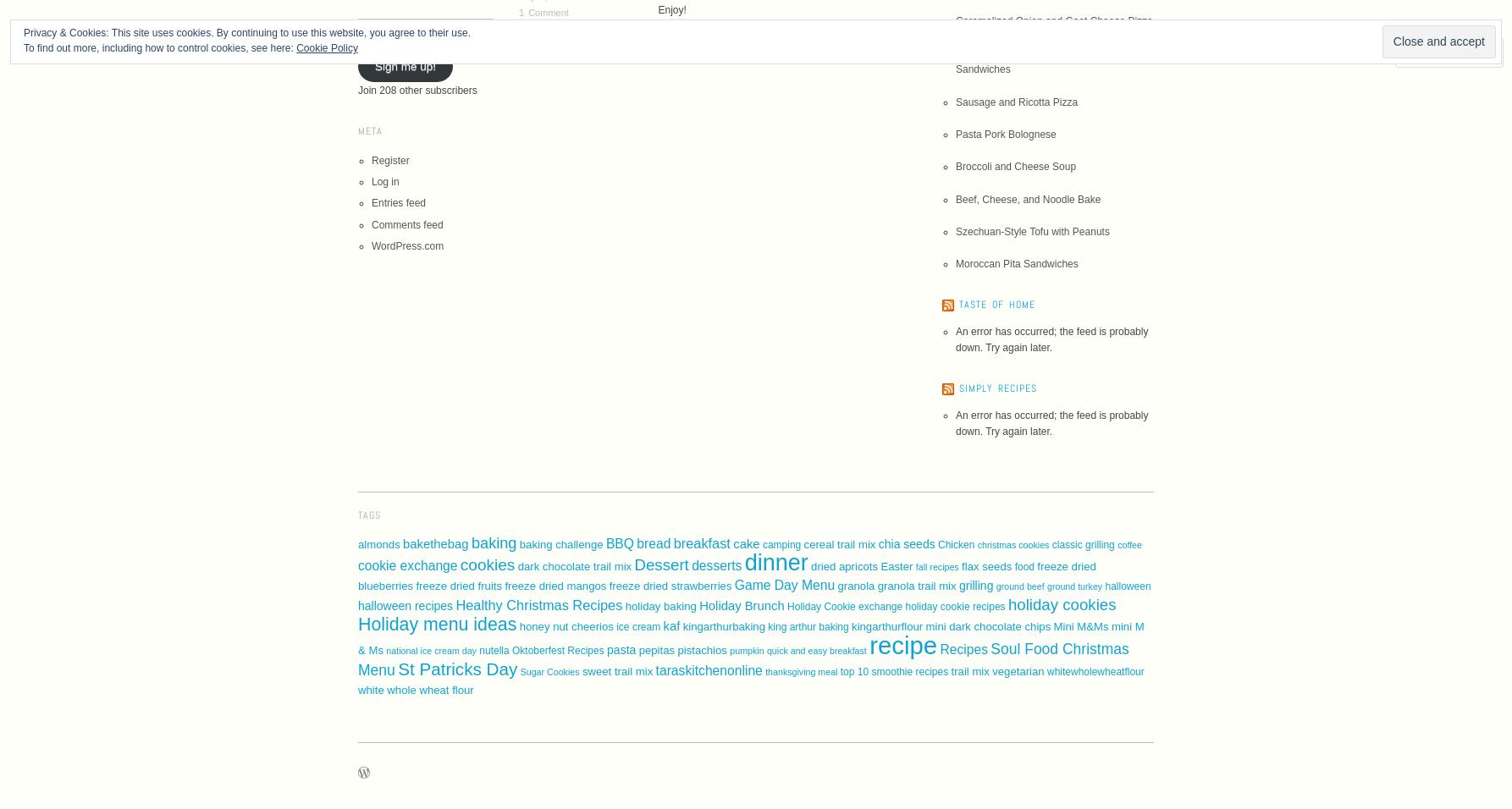 The height and width of the screenshot is (809, 1512). What do you see at coordinates (1443, 50) in the screenshot?
I see `'Follow'` at bounding box center [1443, 50].